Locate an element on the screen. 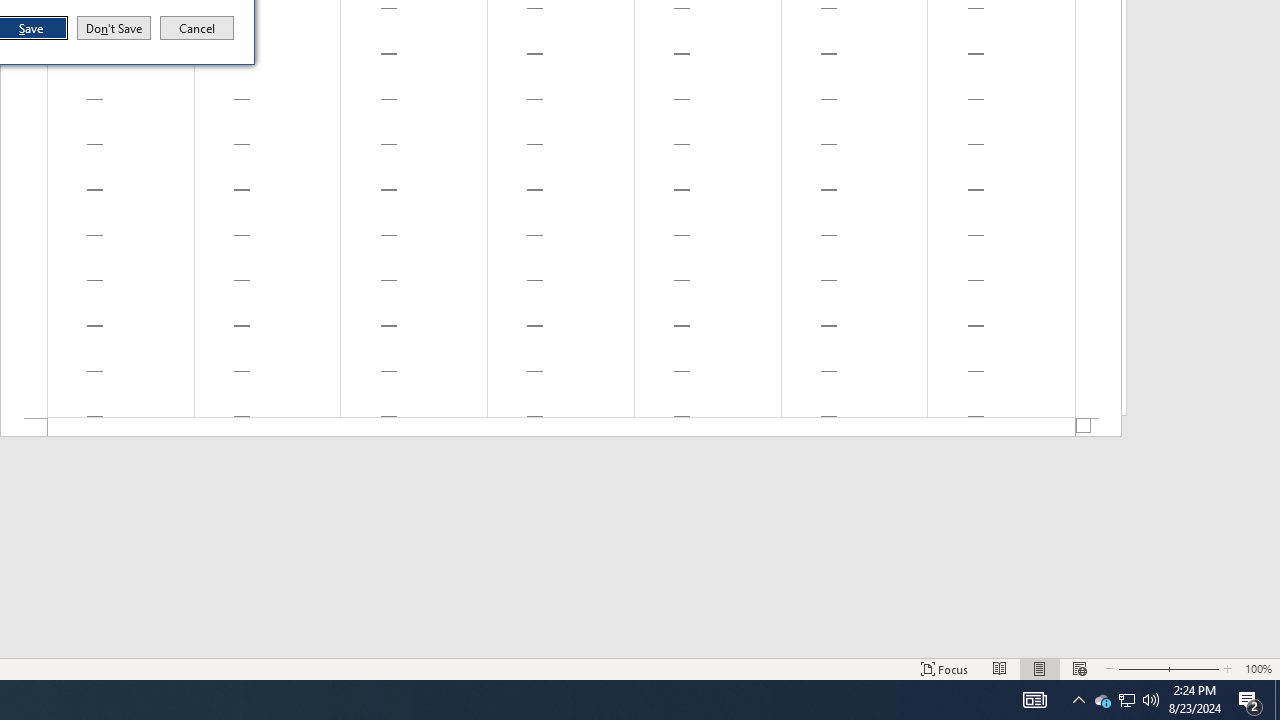  'Notification Chevron' is located at coordinates (1034, 698).